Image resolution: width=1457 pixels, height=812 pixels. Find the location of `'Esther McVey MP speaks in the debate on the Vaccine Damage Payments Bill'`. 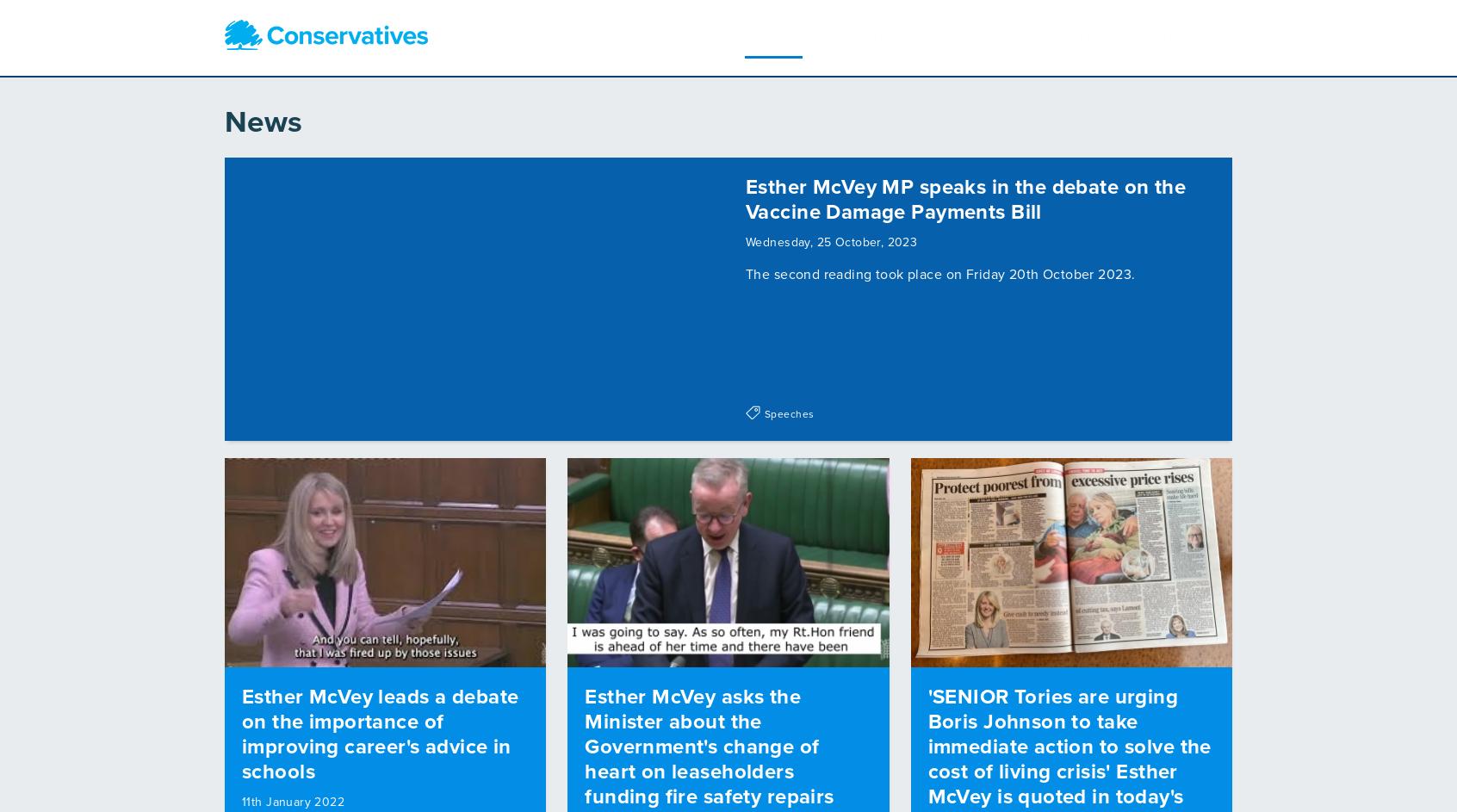

'Esther McVey MP speaks in the debate on the Vaccine Damage Payments Bill' is located at coordinates (744, 193).